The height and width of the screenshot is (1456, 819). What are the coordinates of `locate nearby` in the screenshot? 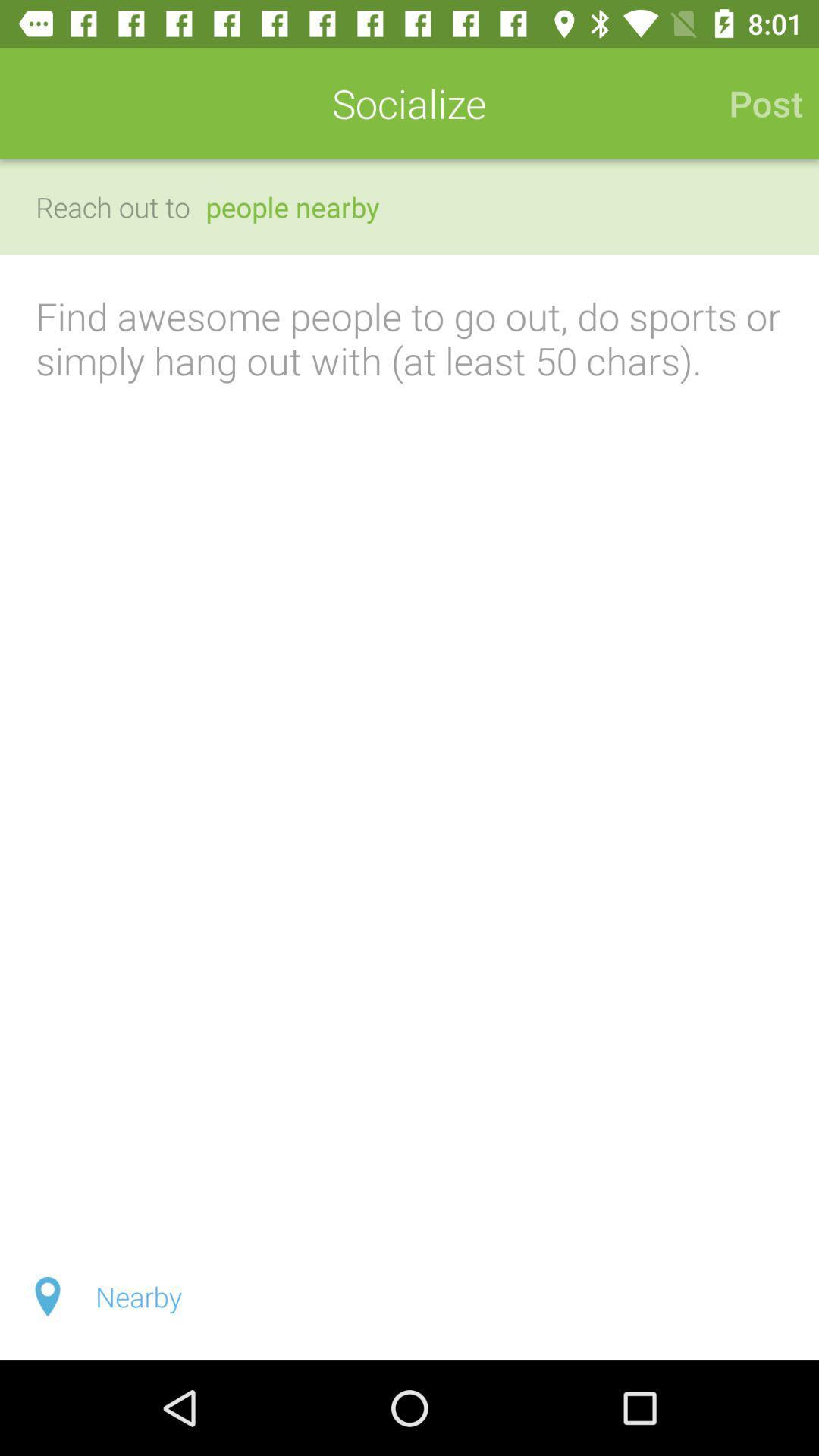 It's located at (409, 1295).